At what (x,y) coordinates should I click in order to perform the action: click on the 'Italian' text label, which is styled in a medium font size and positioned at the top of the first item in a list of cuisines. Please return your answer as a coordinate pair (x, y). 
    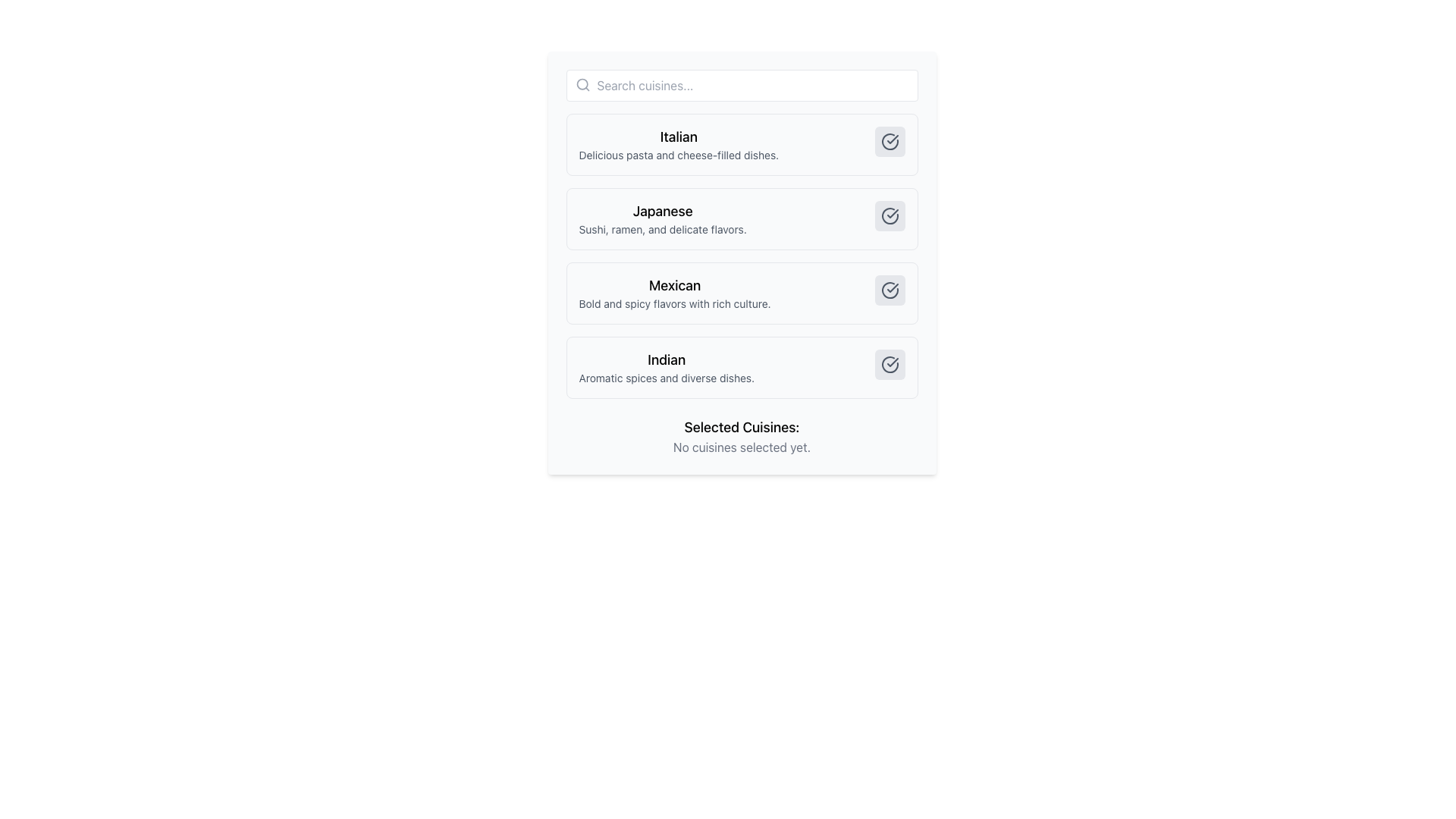
    Looking at the image, I should click on (678, 137).